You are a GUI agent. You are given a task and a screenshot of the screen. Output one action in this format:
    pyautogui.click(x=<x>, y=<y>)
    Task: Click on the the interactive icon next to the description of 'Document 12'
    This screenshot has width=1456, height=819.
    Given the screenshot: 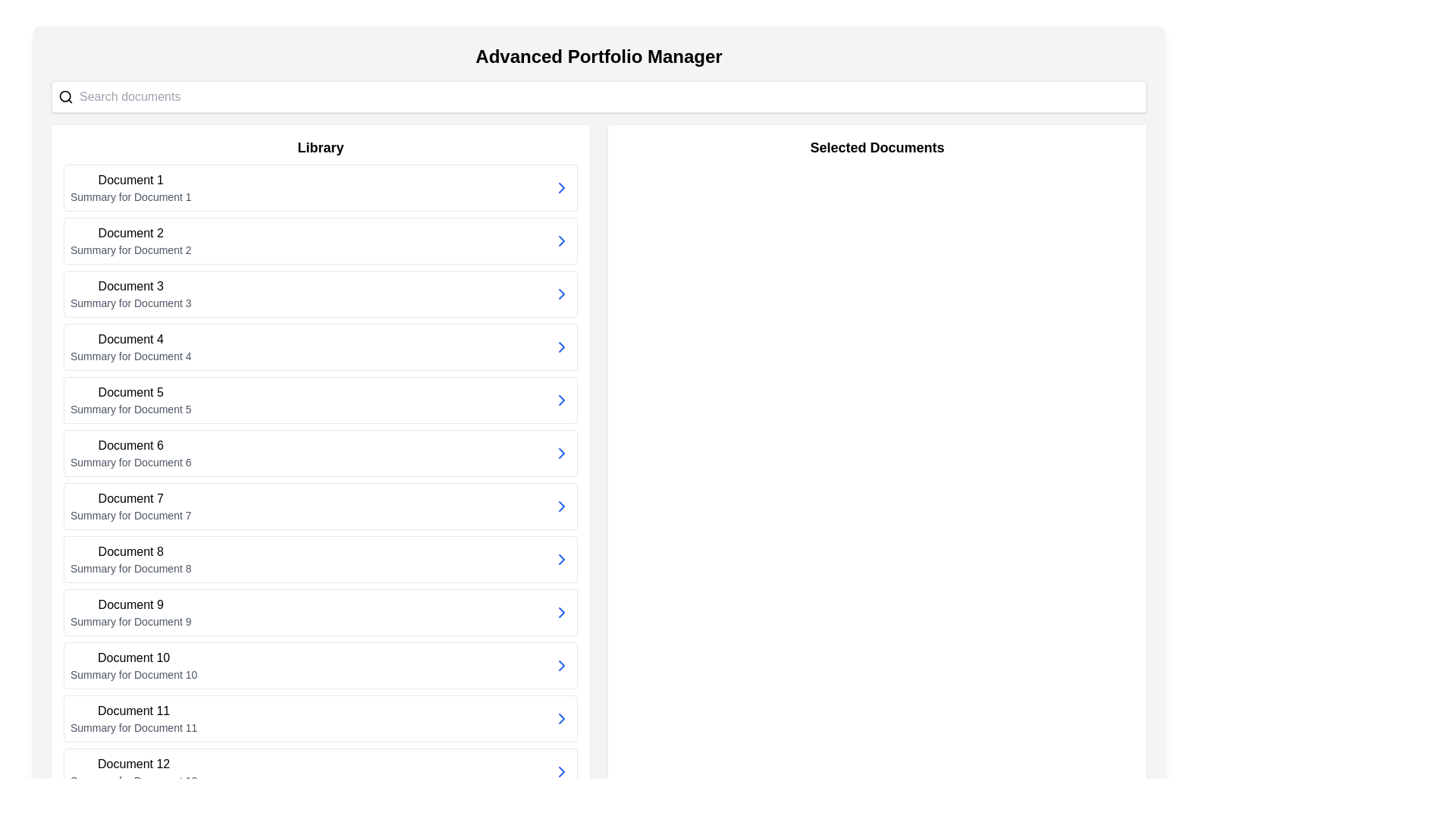 What is the action you would take?
    pyautogui.click(x=560, y=665)
    